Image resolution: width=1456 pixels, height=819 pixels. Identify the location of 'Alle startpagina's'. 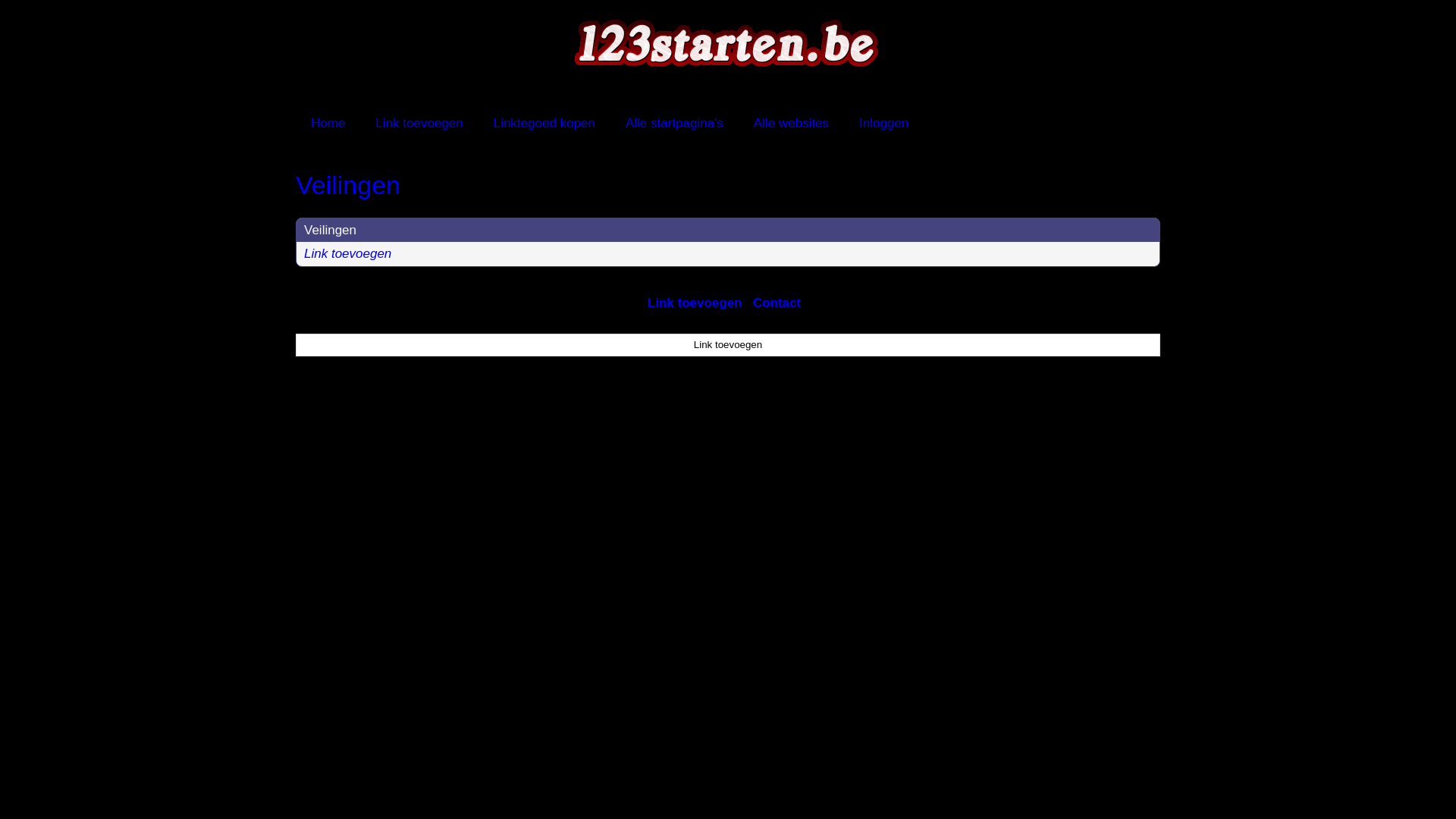
(673, 122).